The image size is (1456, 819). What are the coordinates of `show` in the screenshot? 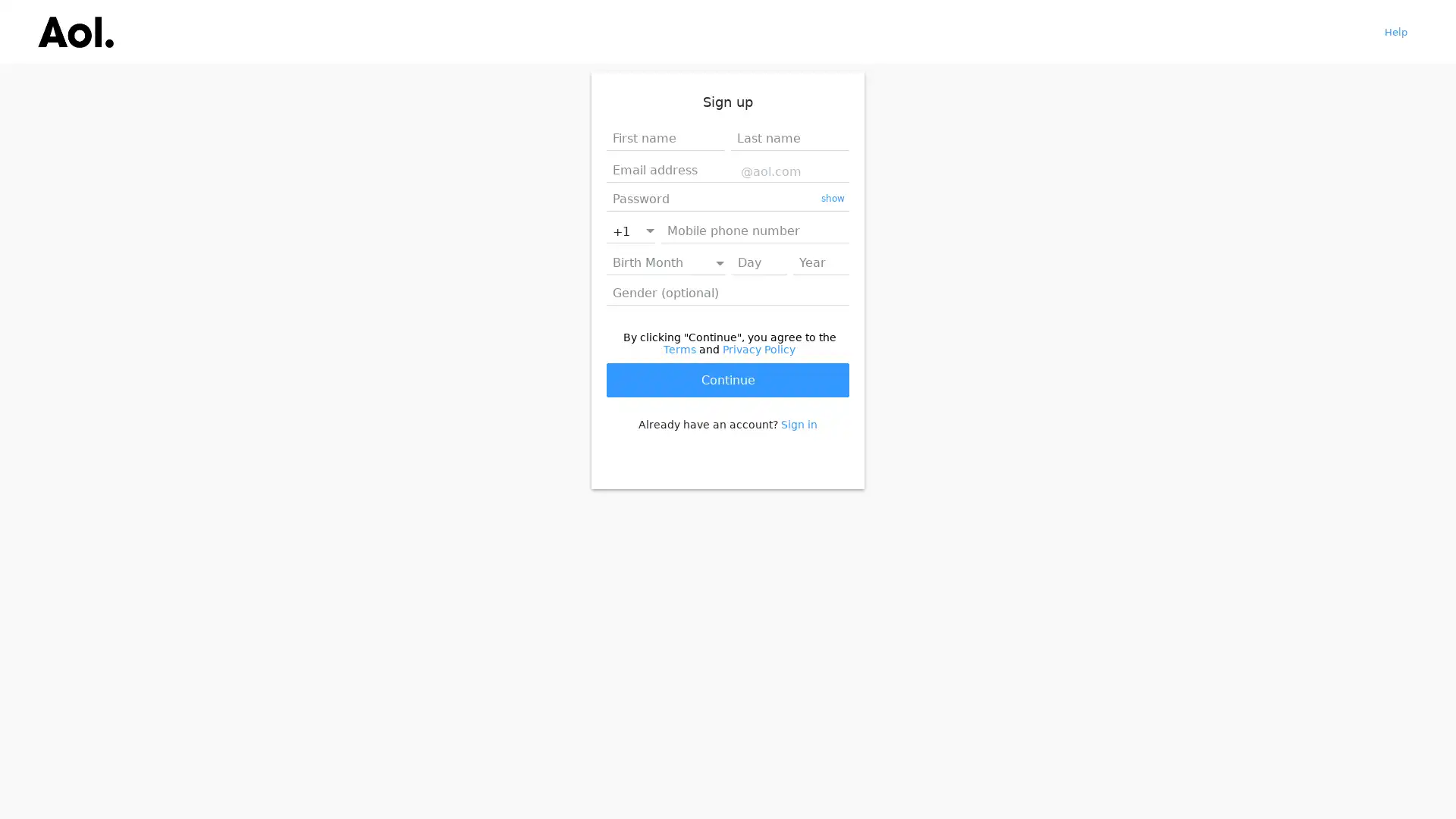 It's located at (832, 198).